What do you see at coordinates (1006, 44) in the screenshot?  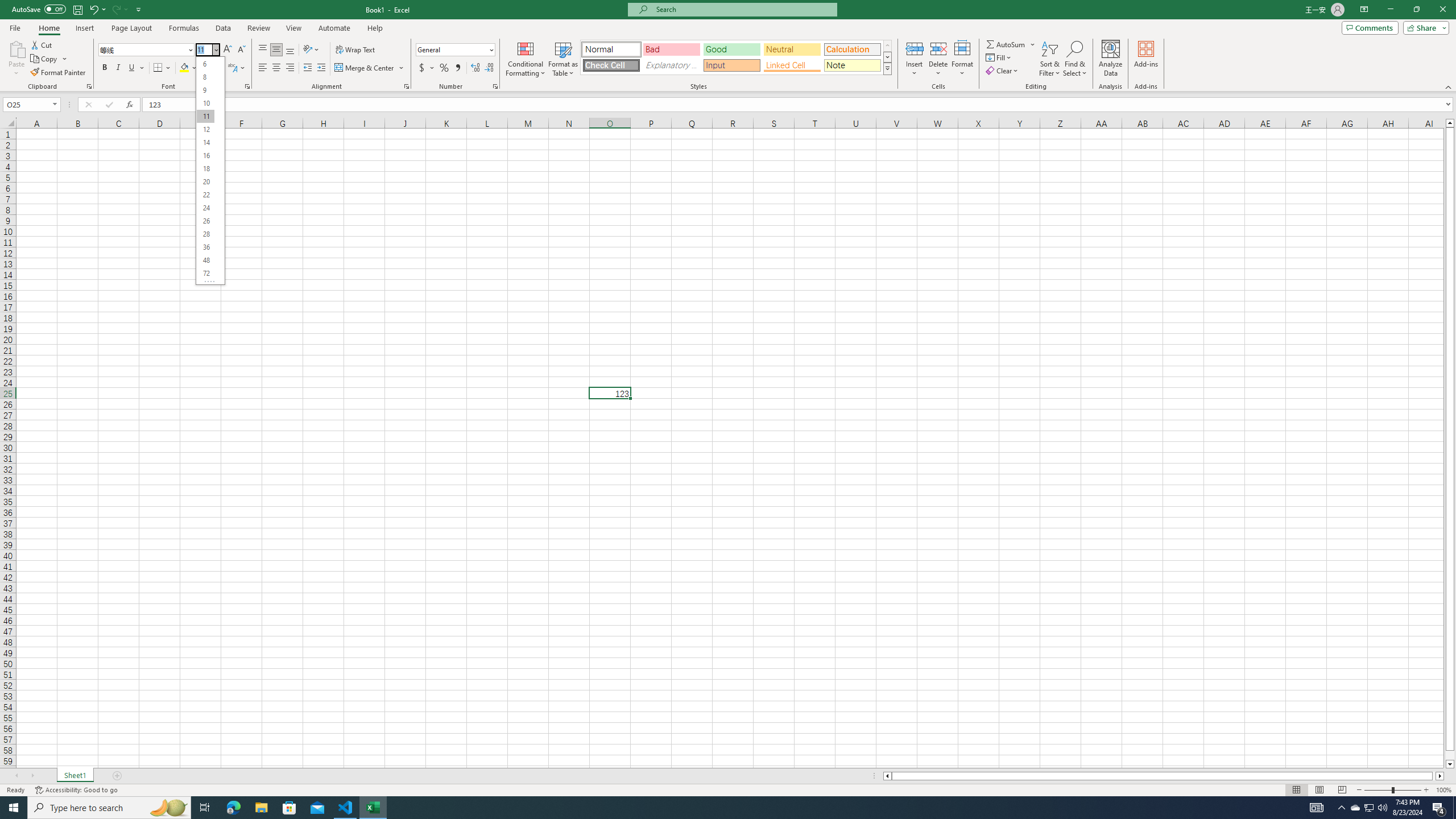 I see `'Sum'` at bounding box center [1006, 44].